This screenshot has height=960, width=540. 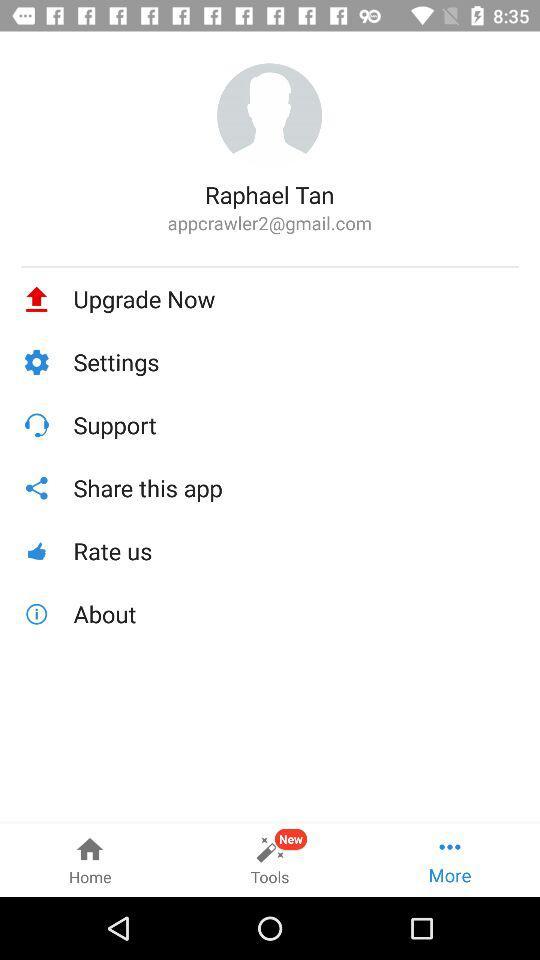 What do you see at coordinates (295, 298) in the screenshot?
I see `item above the settings item` at bounding box center [295, 298].